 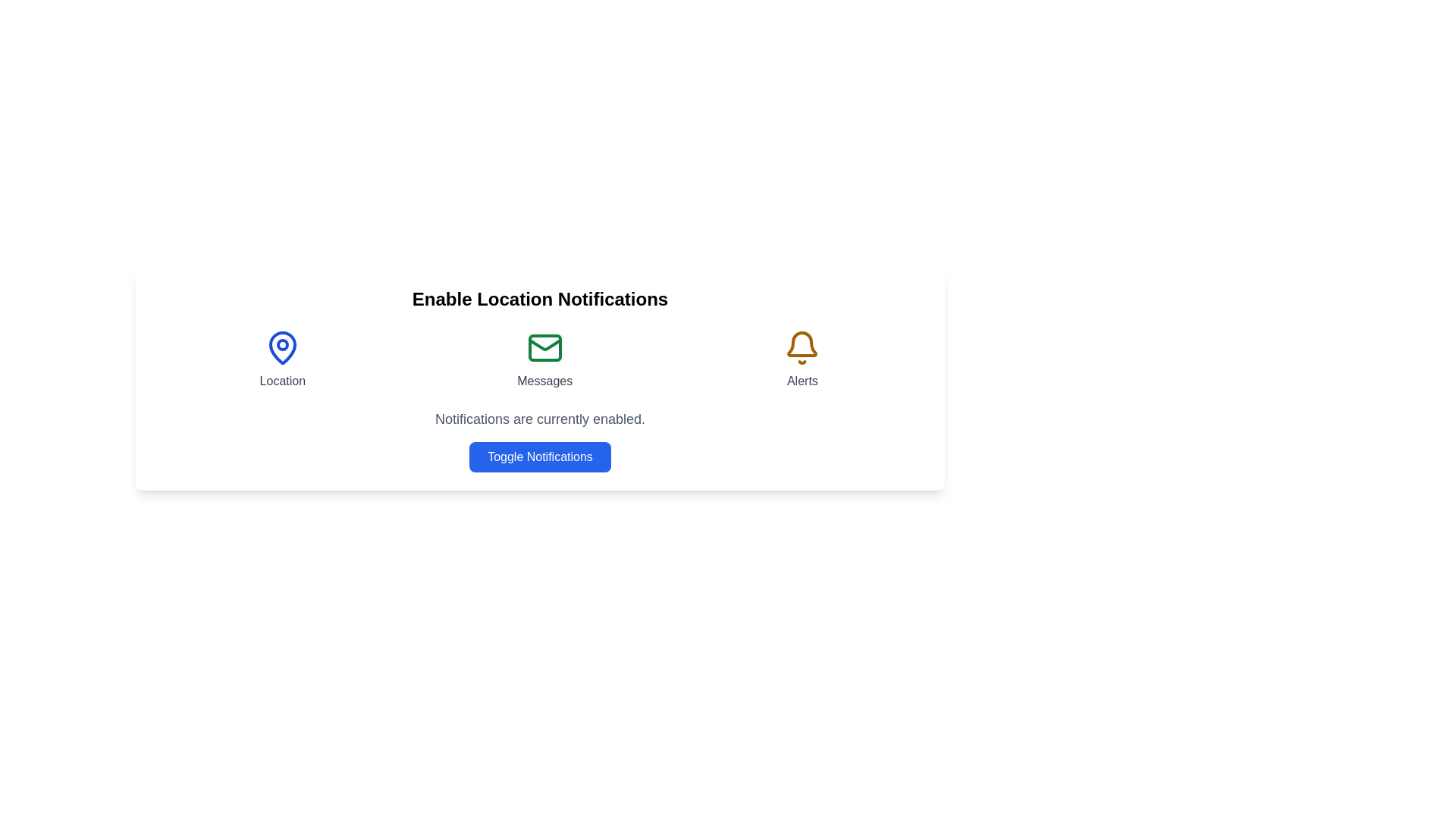 I want to click on text of the label that describes the message-related functionality located between a green mail icon and the 'Notifications are currently enabled' label, so click(x=544, y=380).